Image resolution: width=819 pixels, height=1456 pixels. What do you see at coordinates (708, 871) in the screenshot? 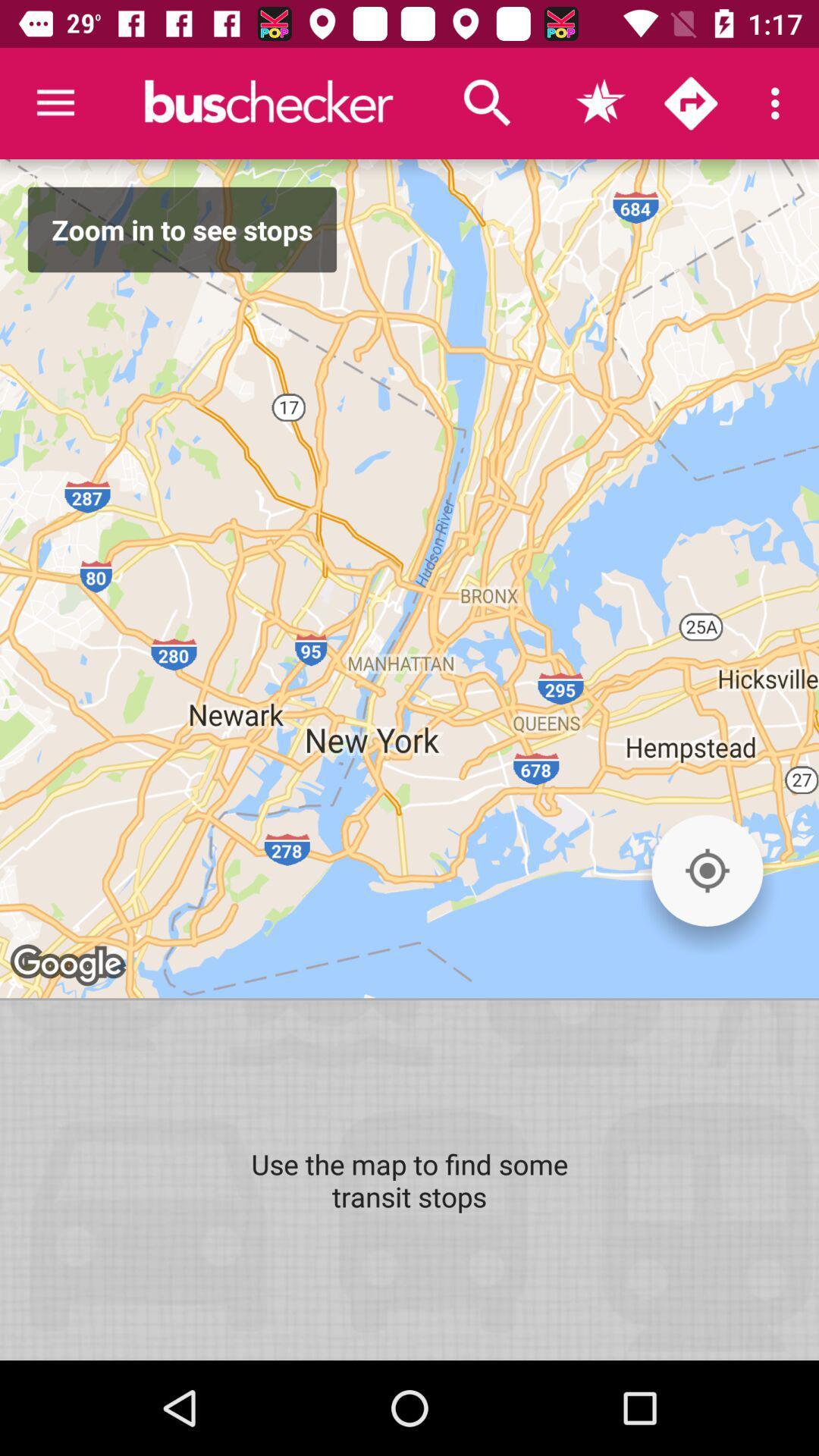
I see `the icon on the right` at bounding box center [708, 871].